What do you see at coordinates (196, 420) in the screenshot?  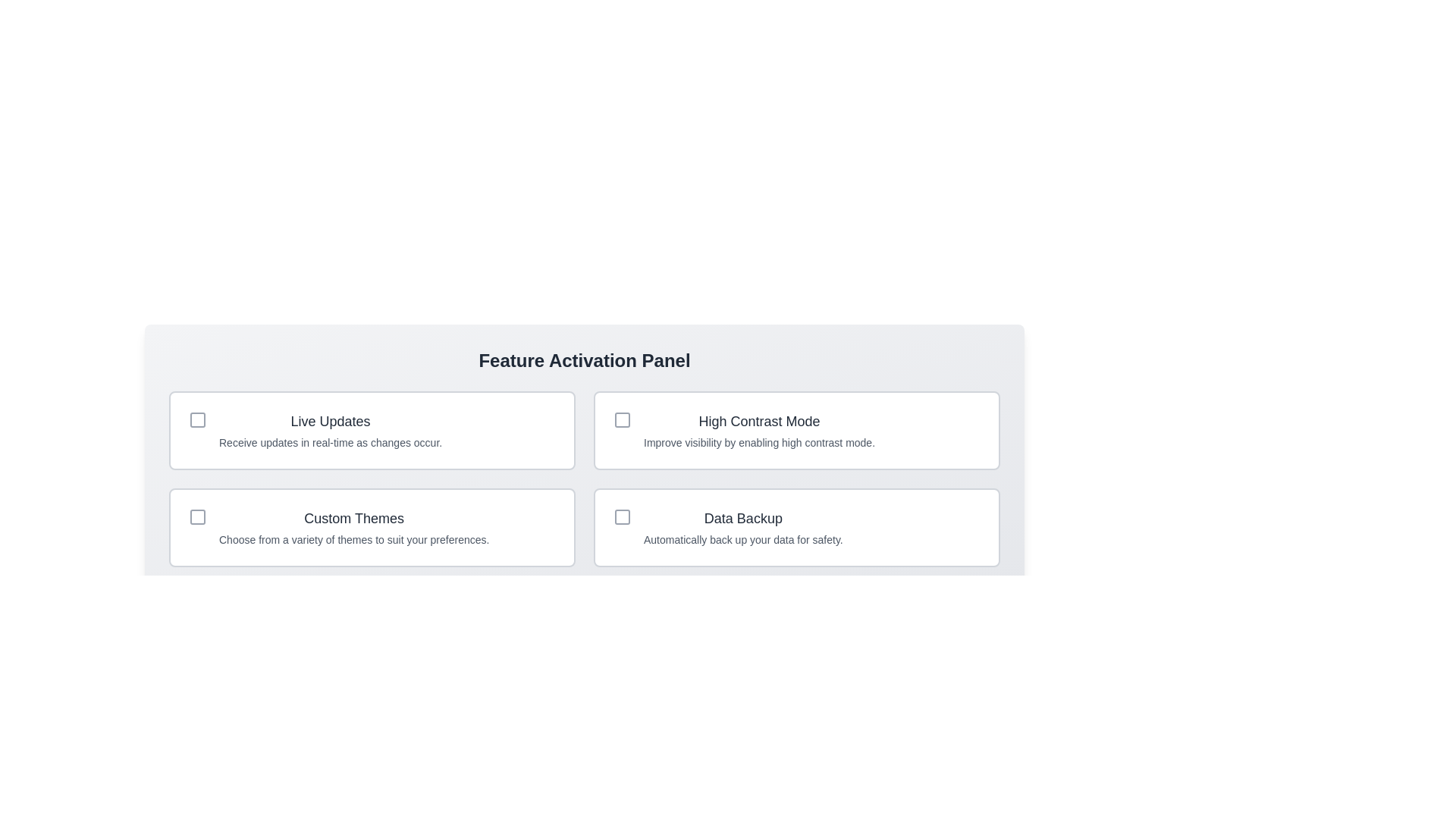 I see `the graphical selection indicator, a small square icon with rounded edges located inside the larger square bounding box near the 'Live Updates' label in the Feature Activation Panel` at bounding box center [196, 420].